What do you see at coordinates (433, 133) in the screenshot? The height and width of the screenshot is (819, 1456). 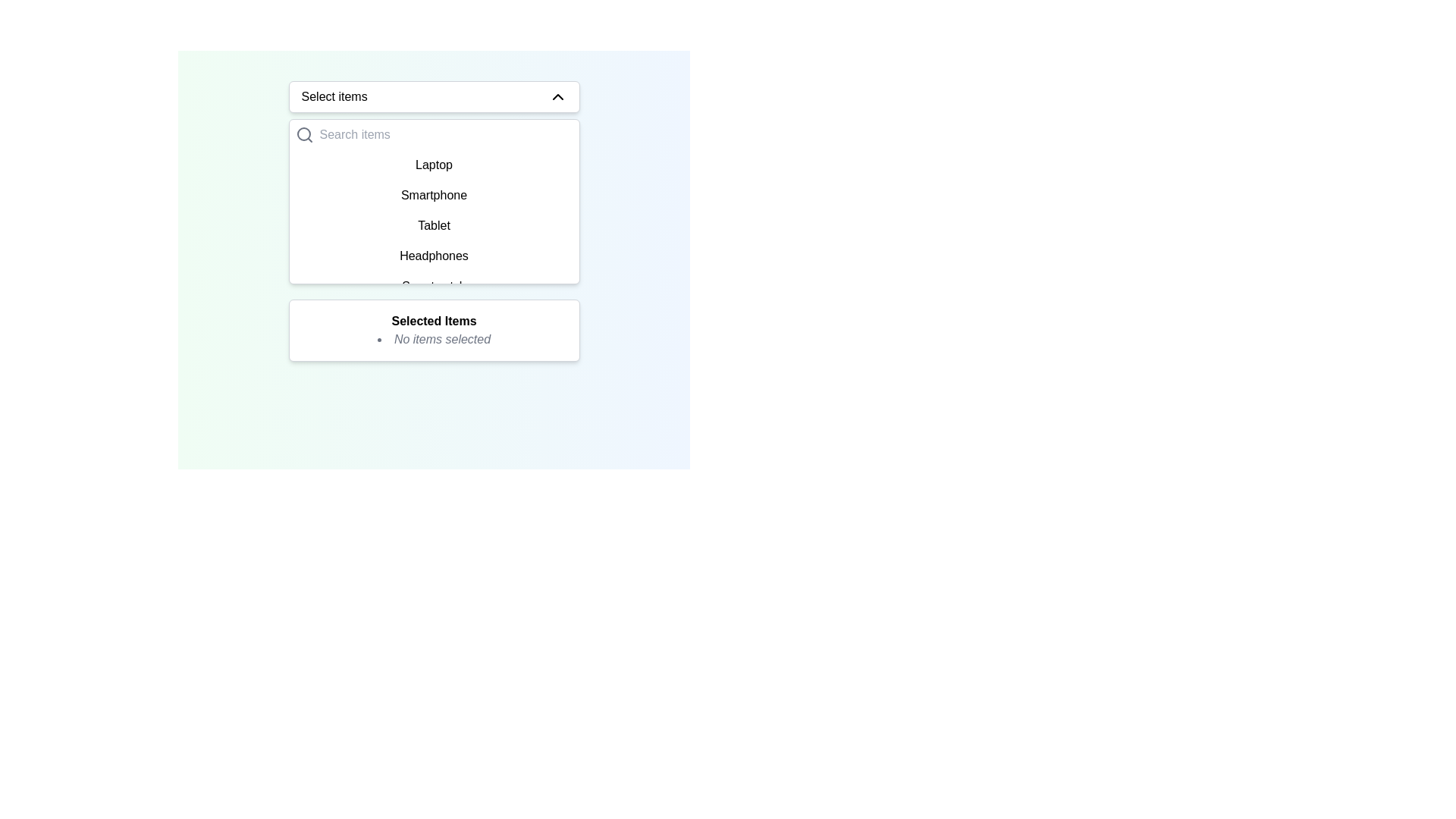 I see `the cursor across the text input field labeled 'Search items', which is located in the middle-top area of the dropdown pane under the 'Select items' button` at bounding box center [433, 133].